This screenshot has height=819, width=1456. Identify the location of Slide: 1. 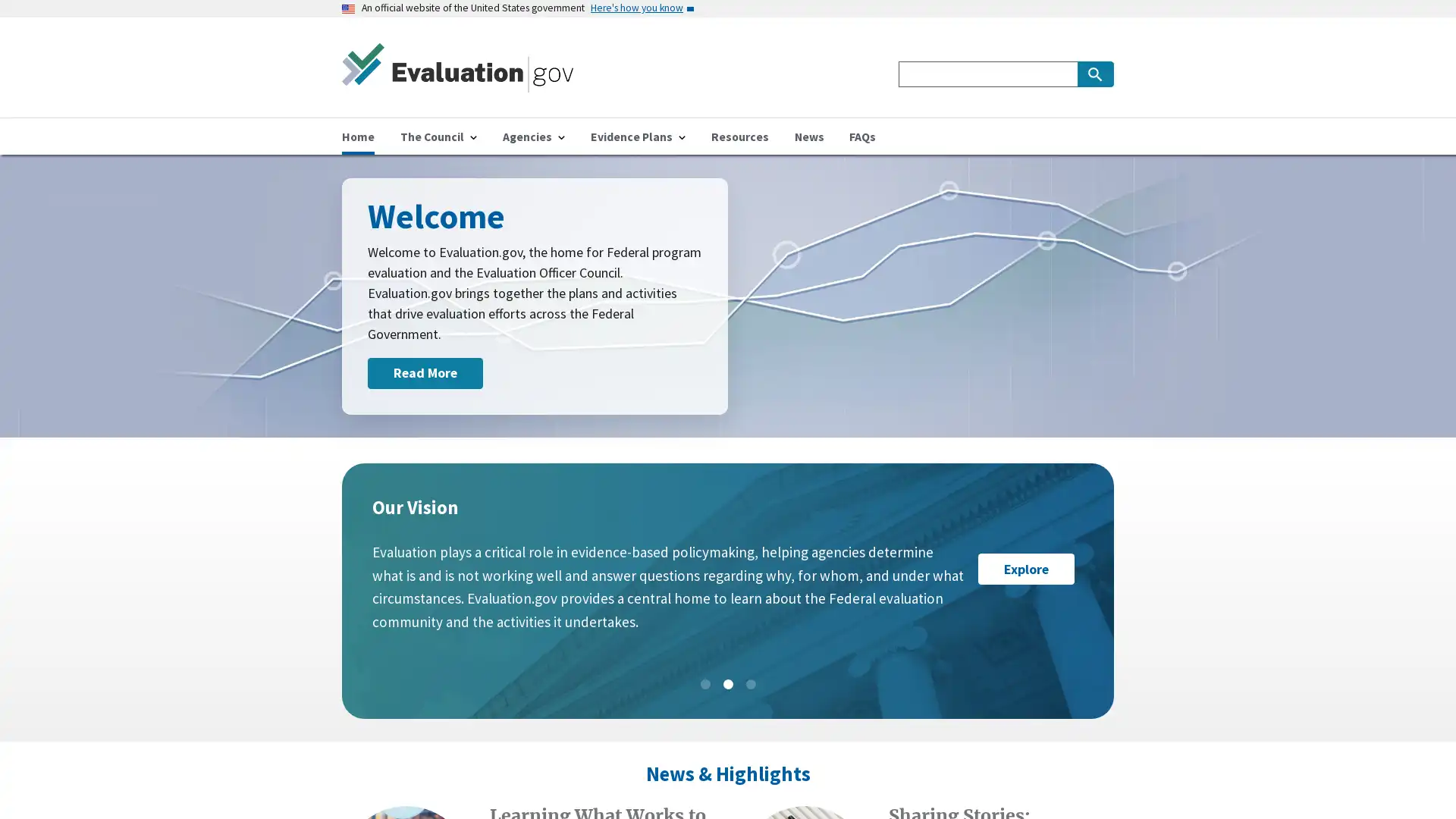
(704, 684).